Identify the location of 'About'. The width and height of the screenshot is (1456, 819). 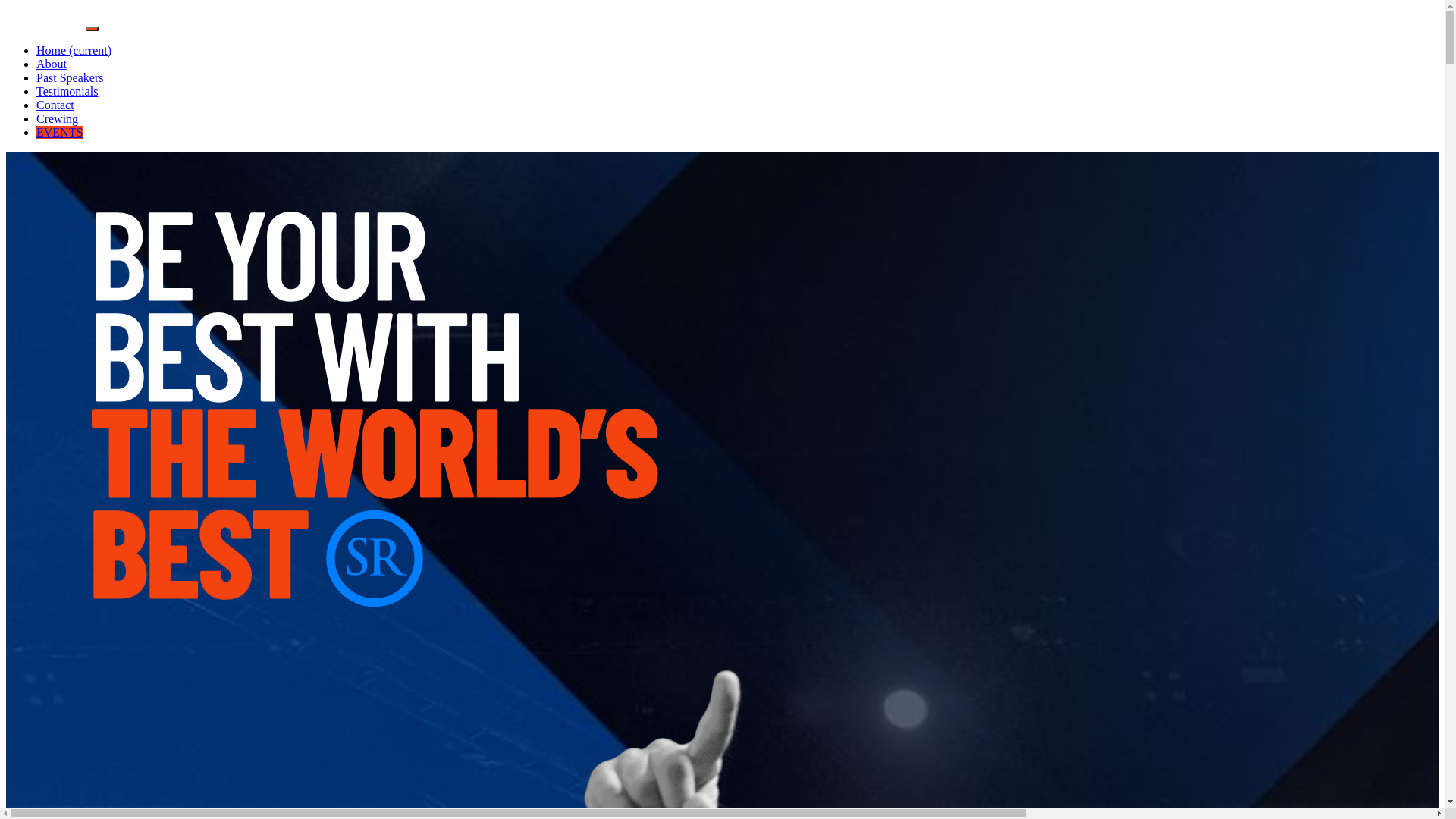
(51, 63).